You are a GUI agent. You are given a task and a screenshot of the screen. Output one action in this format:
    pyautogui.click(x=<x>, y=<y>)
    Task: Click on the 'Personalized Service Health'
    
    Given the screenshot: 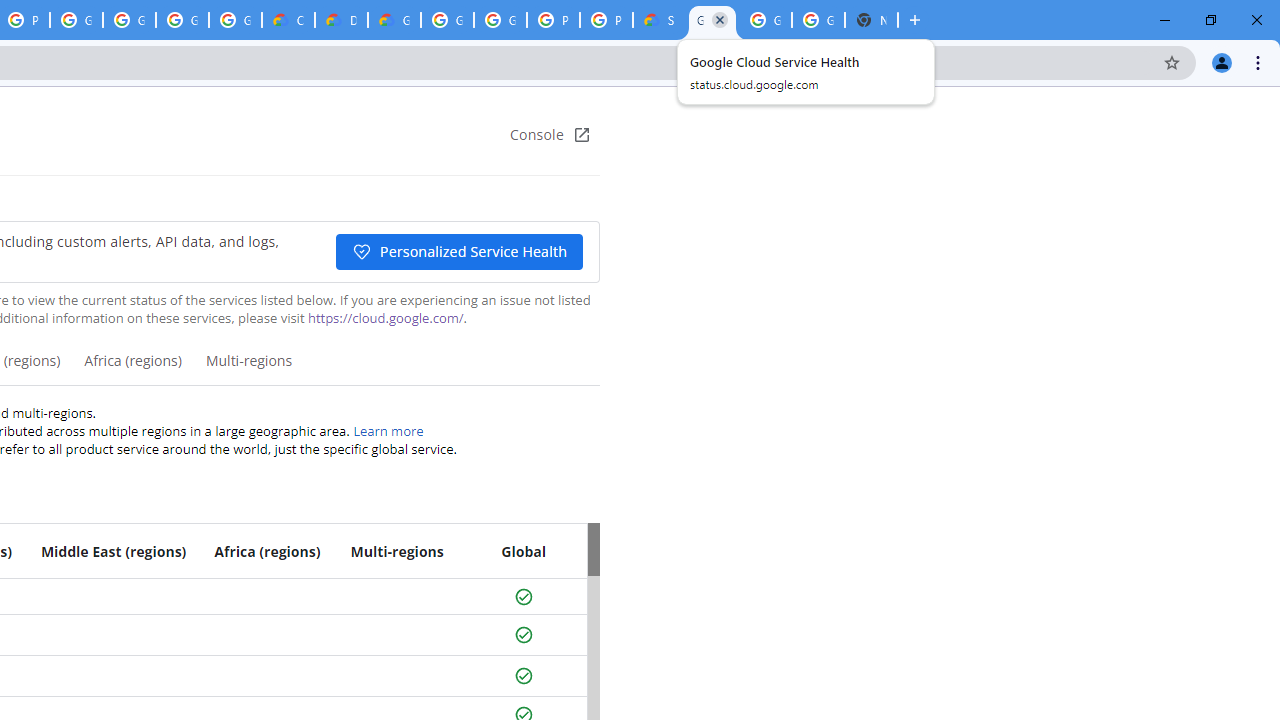 What is the action you would take?
    pyautogui.click(x=457, y=251)
    